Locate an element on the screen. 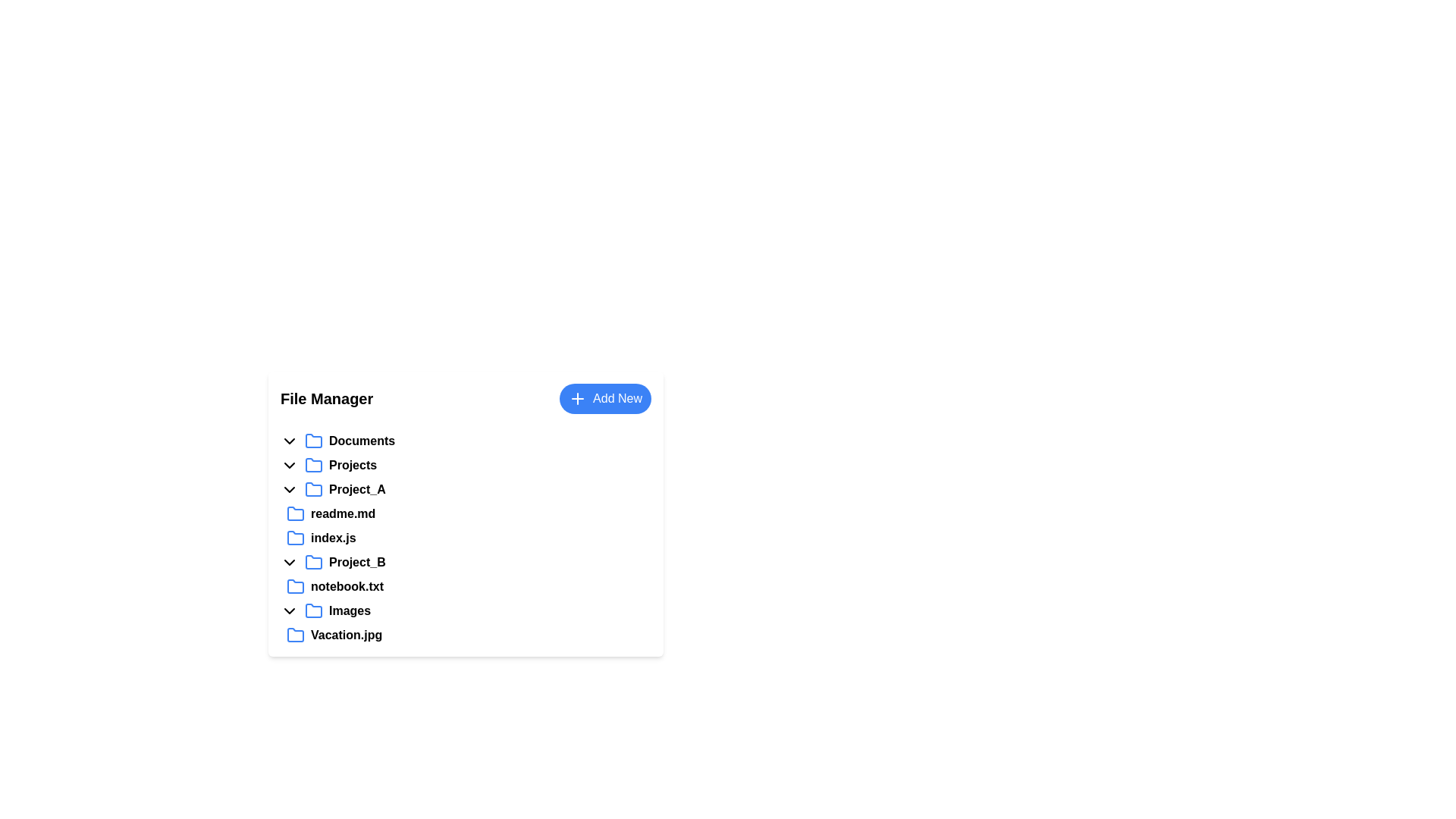  the folder icon located next to the 'Projects' label is located at coordinates (312, 464).